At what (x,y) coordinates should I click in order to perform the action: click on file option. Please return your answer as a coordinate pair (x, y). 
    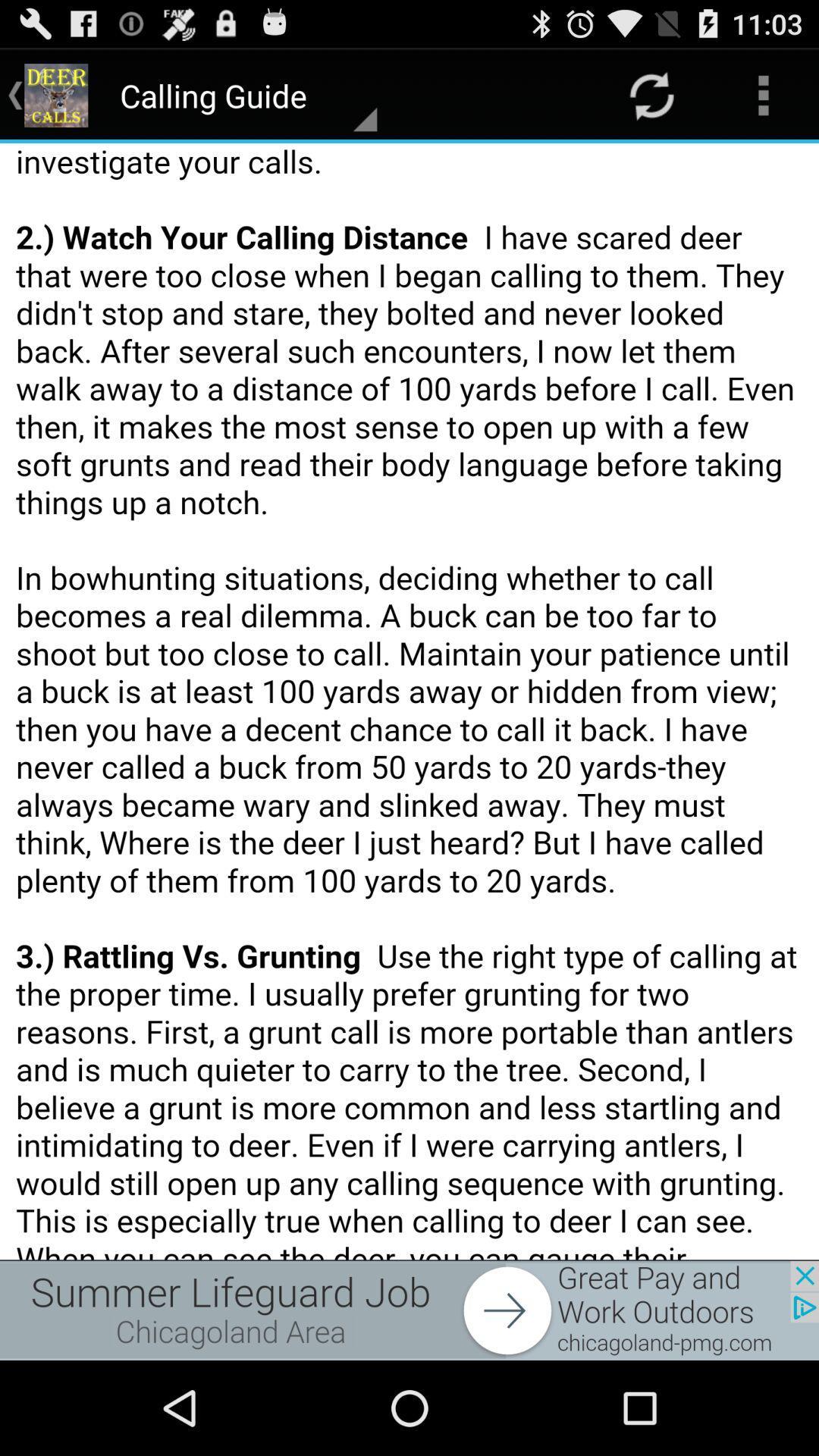
    Looking at the image, I should click on (409, 701).